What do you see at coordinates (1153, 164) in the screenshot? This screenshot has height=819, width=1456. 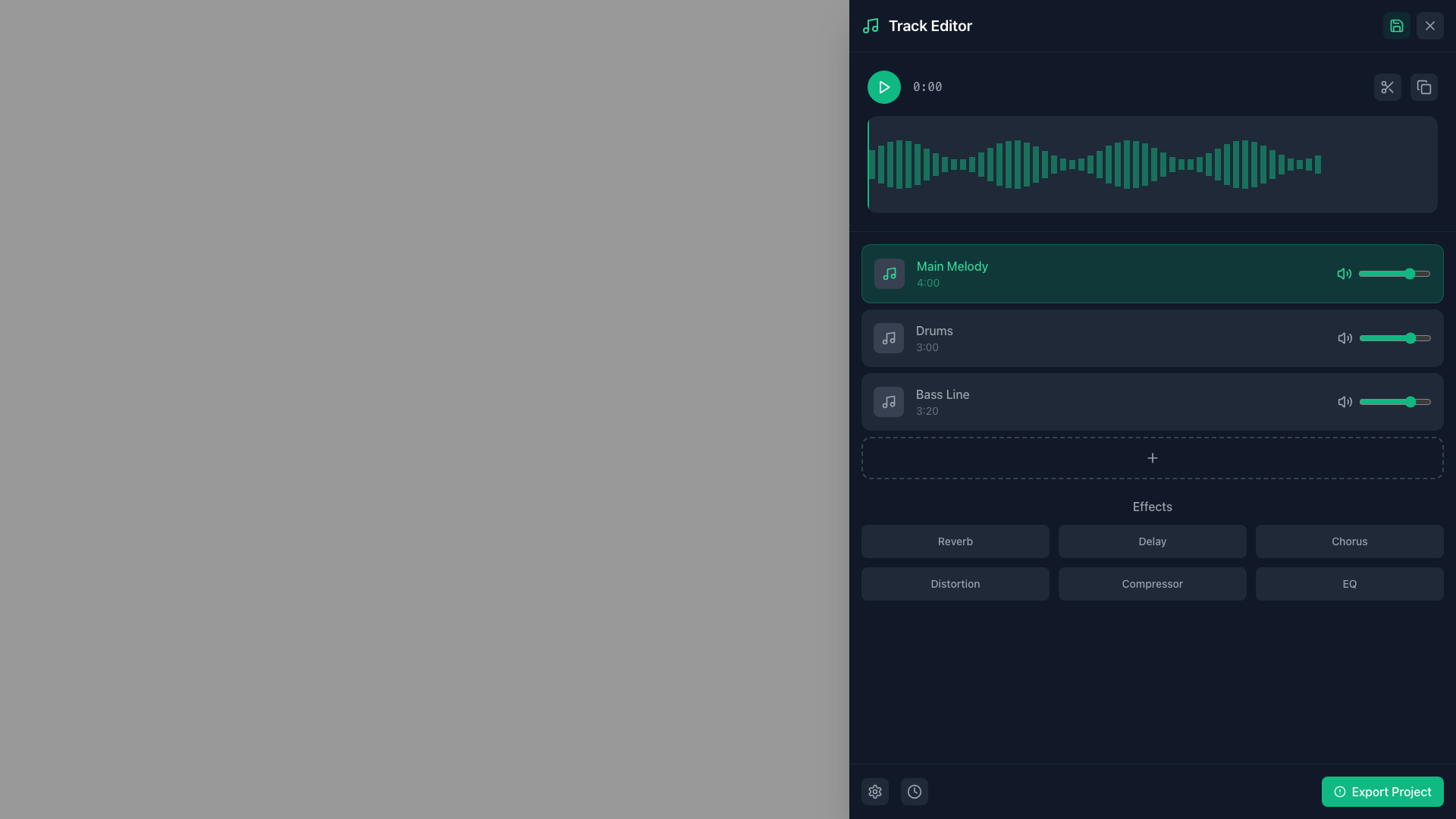 I see `the visual representation of the audio waveform displayed in the waveform visualizer located beneath the playback controls` at bounding box center [1153, 164].